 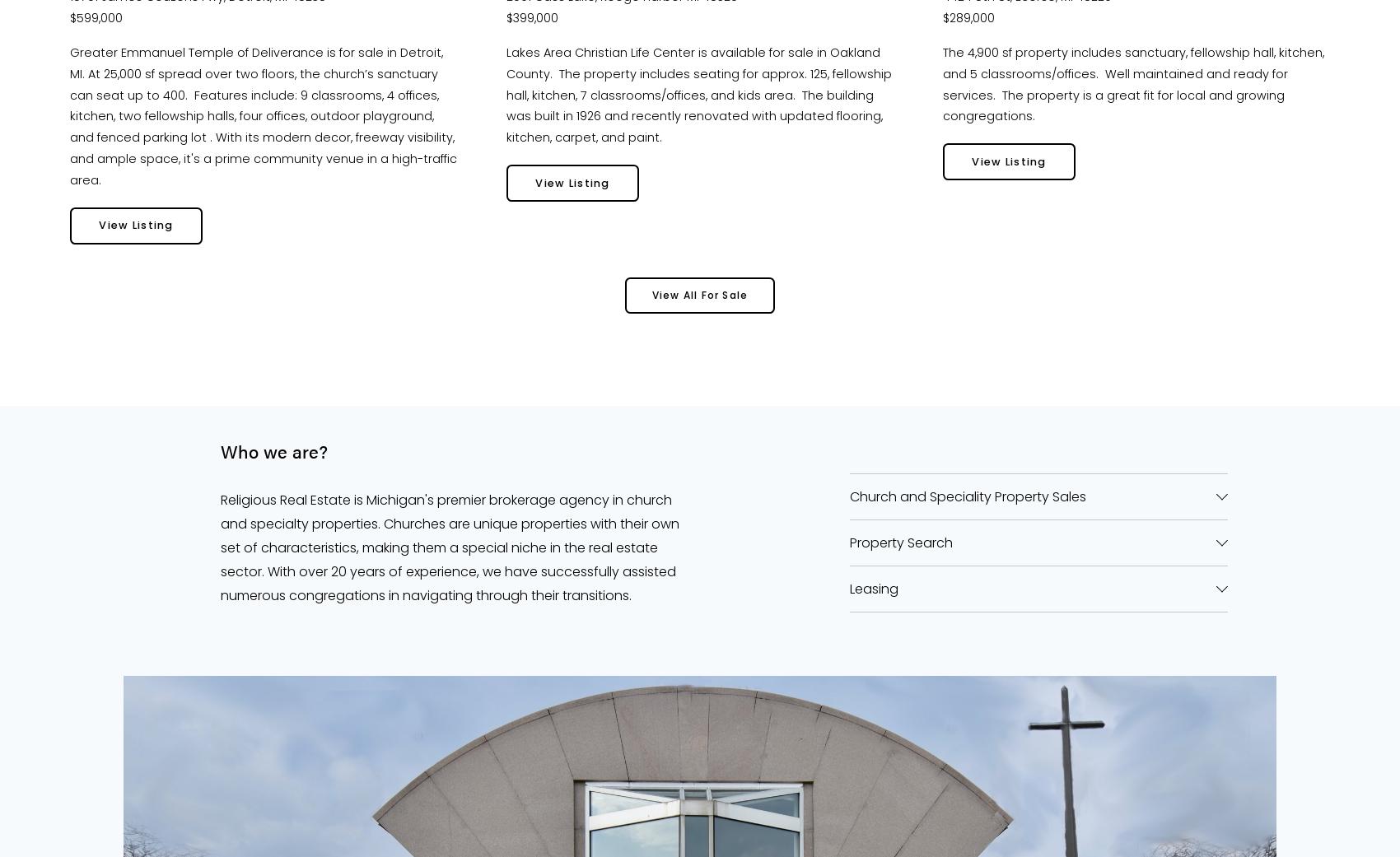 I want to click on 'Contact Us', so click(x=698, y=408).